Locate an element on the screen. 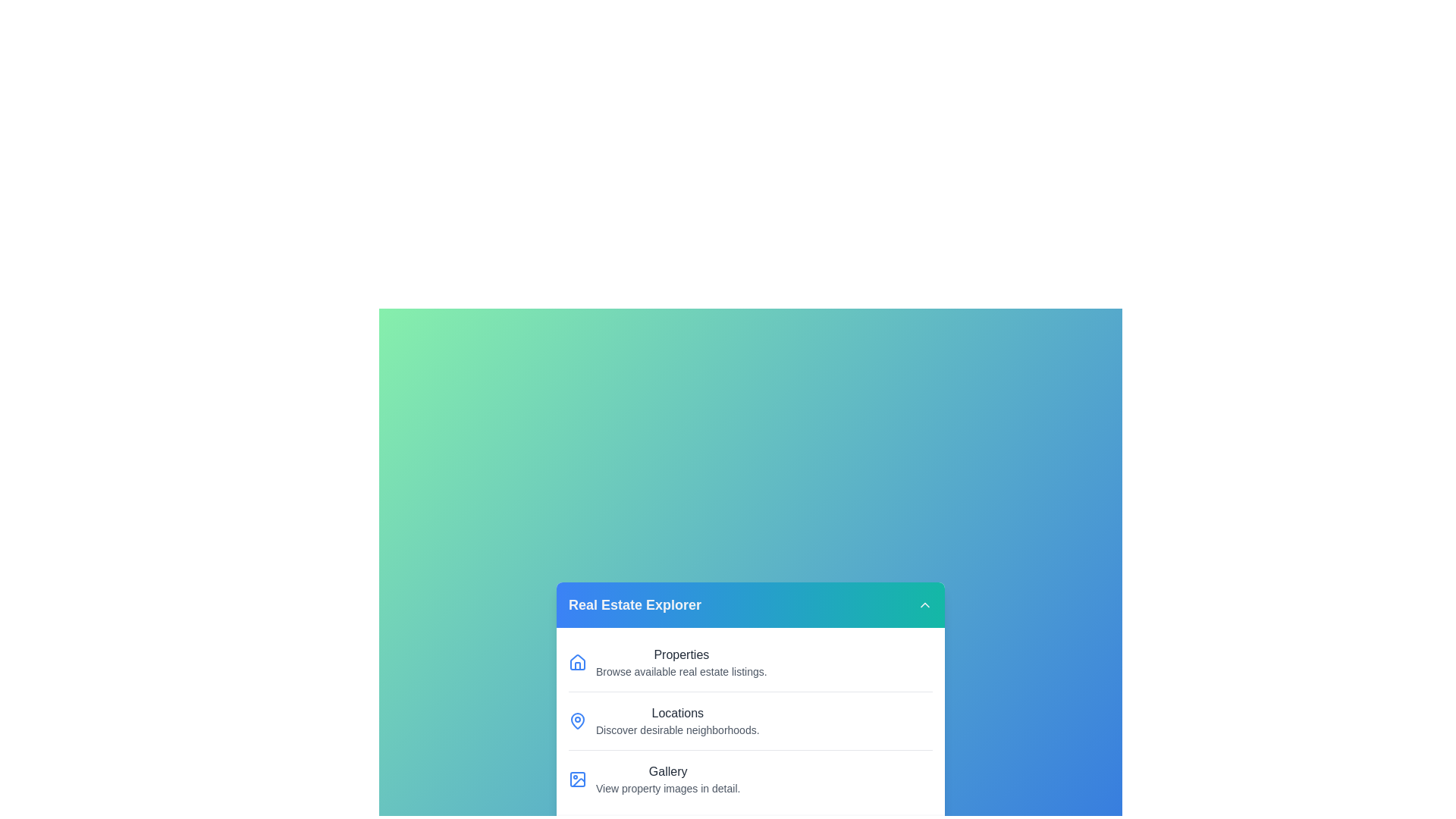 Image resolution: width=1456 pixels, height=819 pixels. the menu item Properties from the RealEstateMenu is located at coordinates (750, 662).